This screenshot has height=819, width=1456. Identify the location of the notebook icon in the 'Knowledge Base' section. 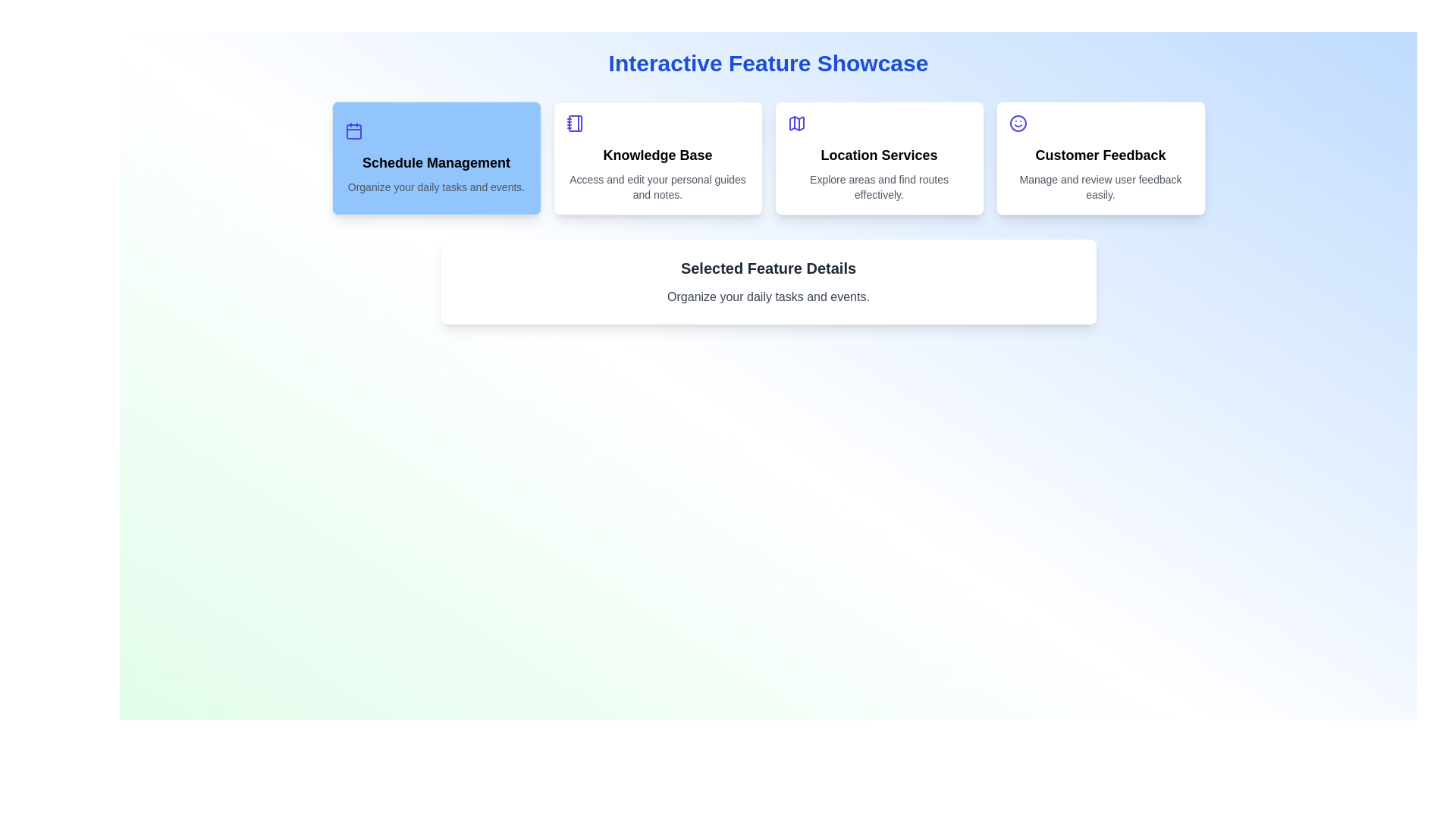
(574, 122).